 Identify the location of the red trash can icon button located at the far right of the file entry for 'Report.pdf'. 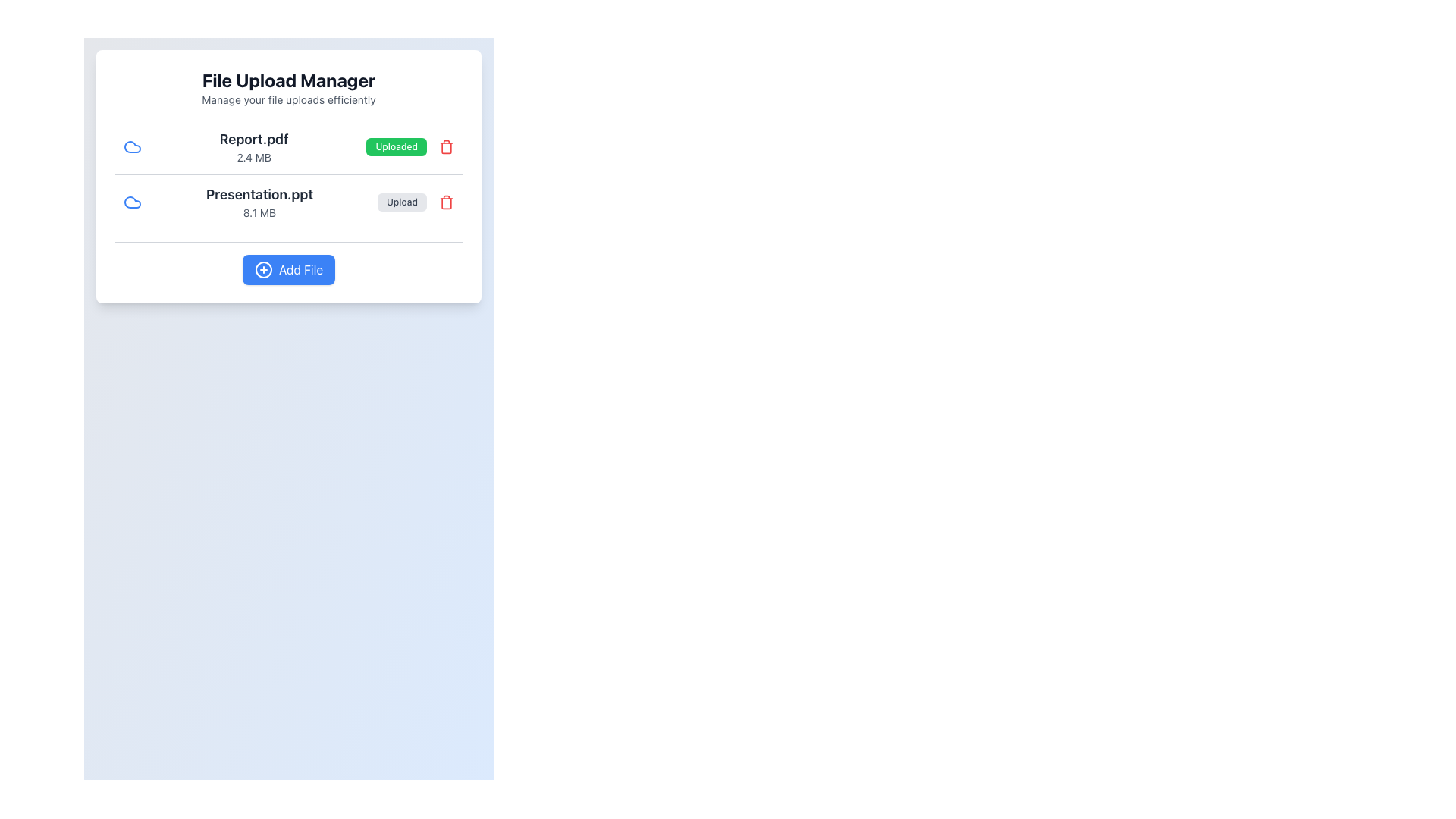
(446, 146).